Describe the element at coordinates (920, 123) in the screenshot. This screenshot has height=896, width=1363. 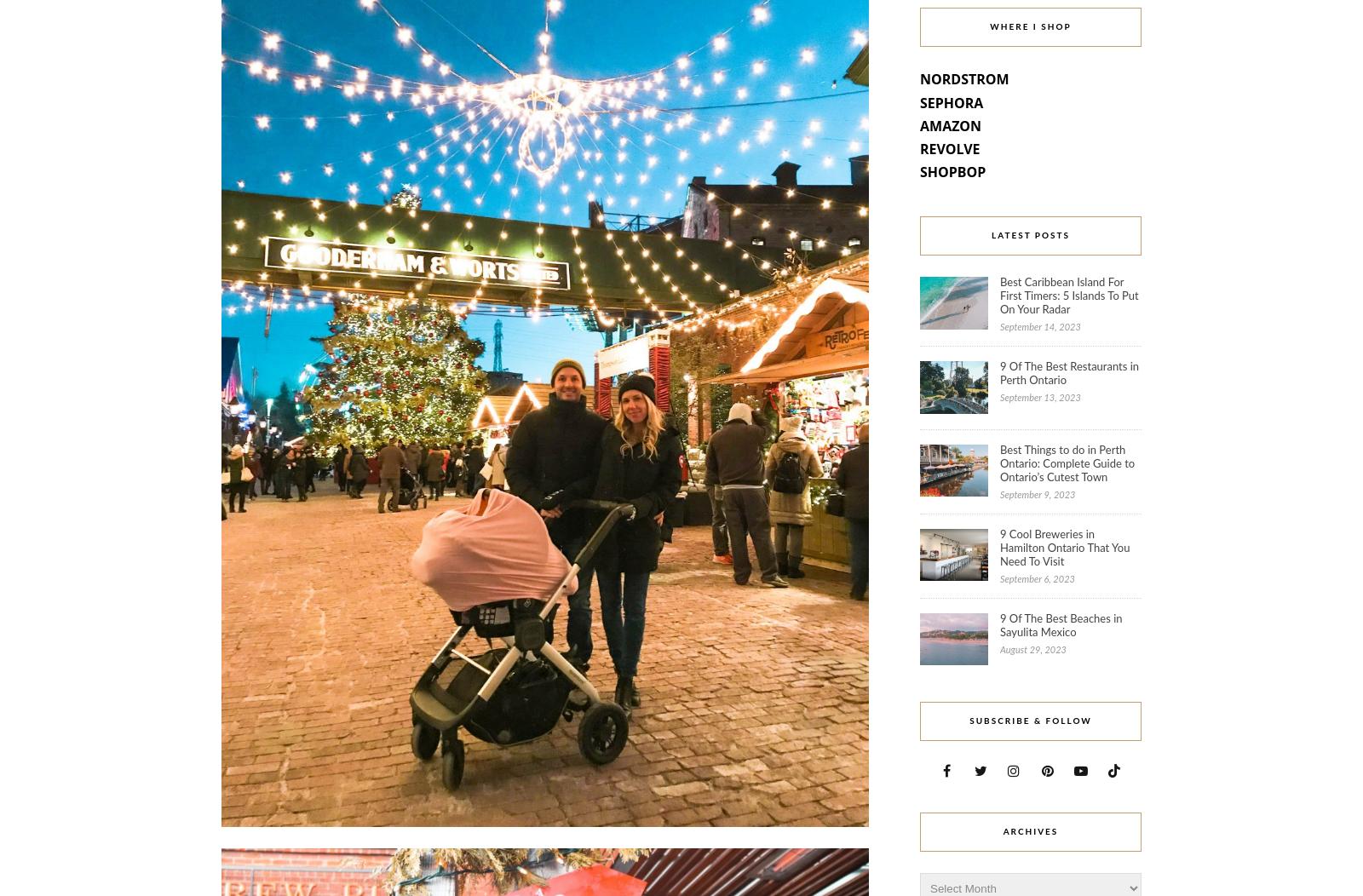
I see `'AMAZON'` at that location.